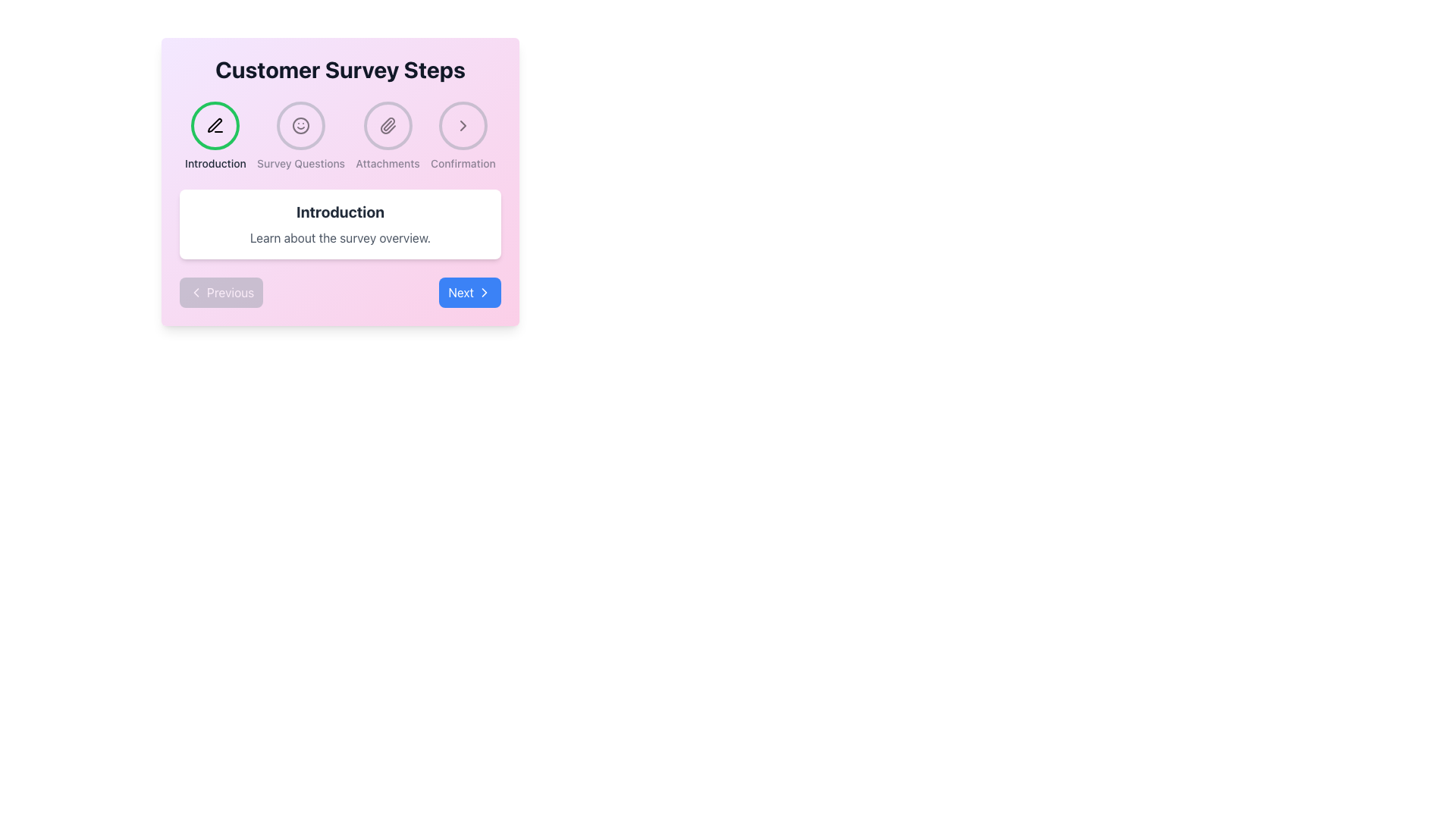  What do you see at coordinates (215, 136) in the screenshot?
I see `the Interactive navigation step indicator, which is a circular green-bordered icon with a black pen icon and the text 'Introduction' below it, located at the top-left of the main window` at bounding box center [215, 136].